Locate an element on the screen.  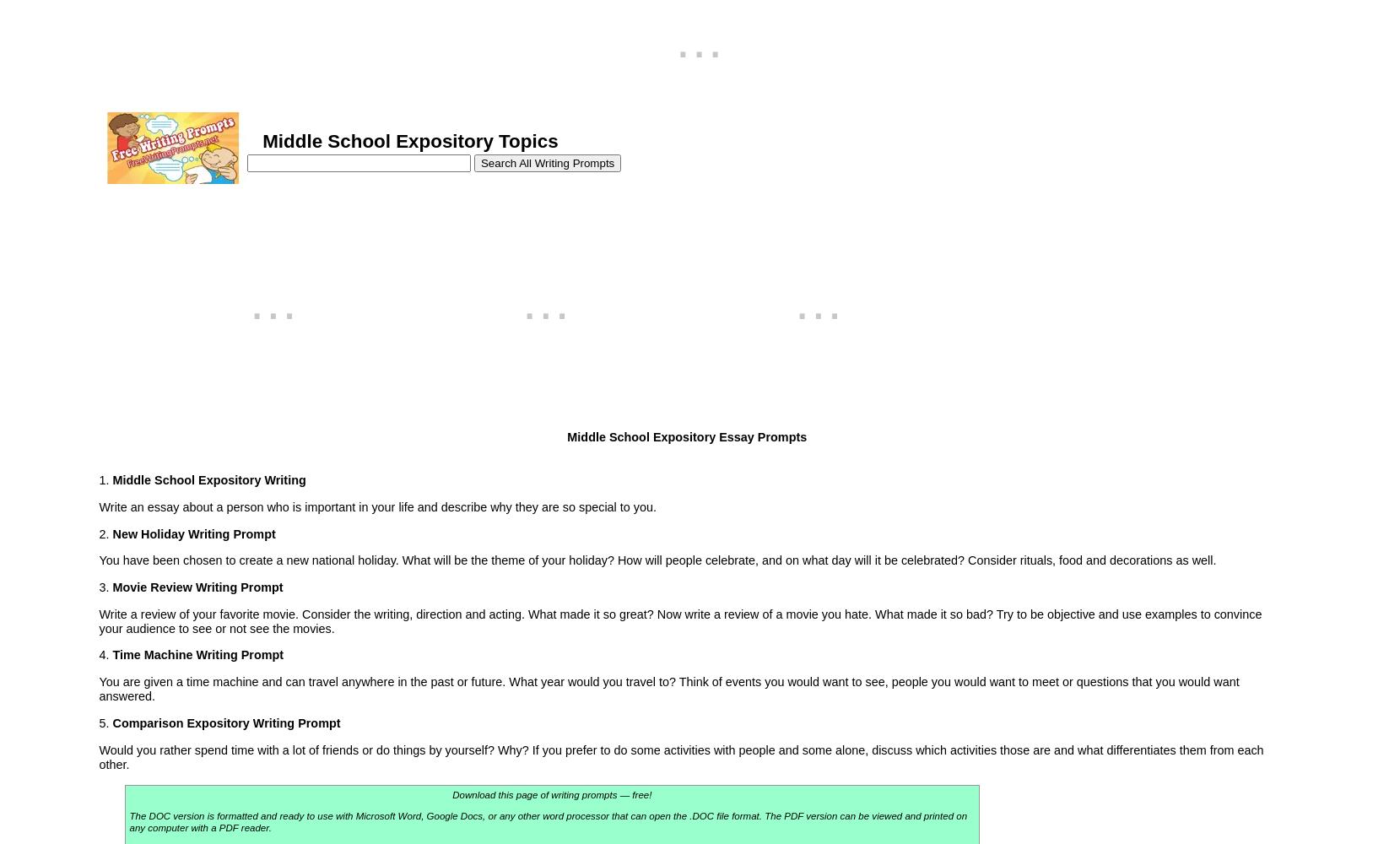
'Write a review of your favorite movie. Consider the writing, direction and acting. What made it so great? Now write a review of a movie you hate. What made it so bad? Try to be objective and use examples to convince your audience to see or not see the movies.' is located at coordinates (678, 619).